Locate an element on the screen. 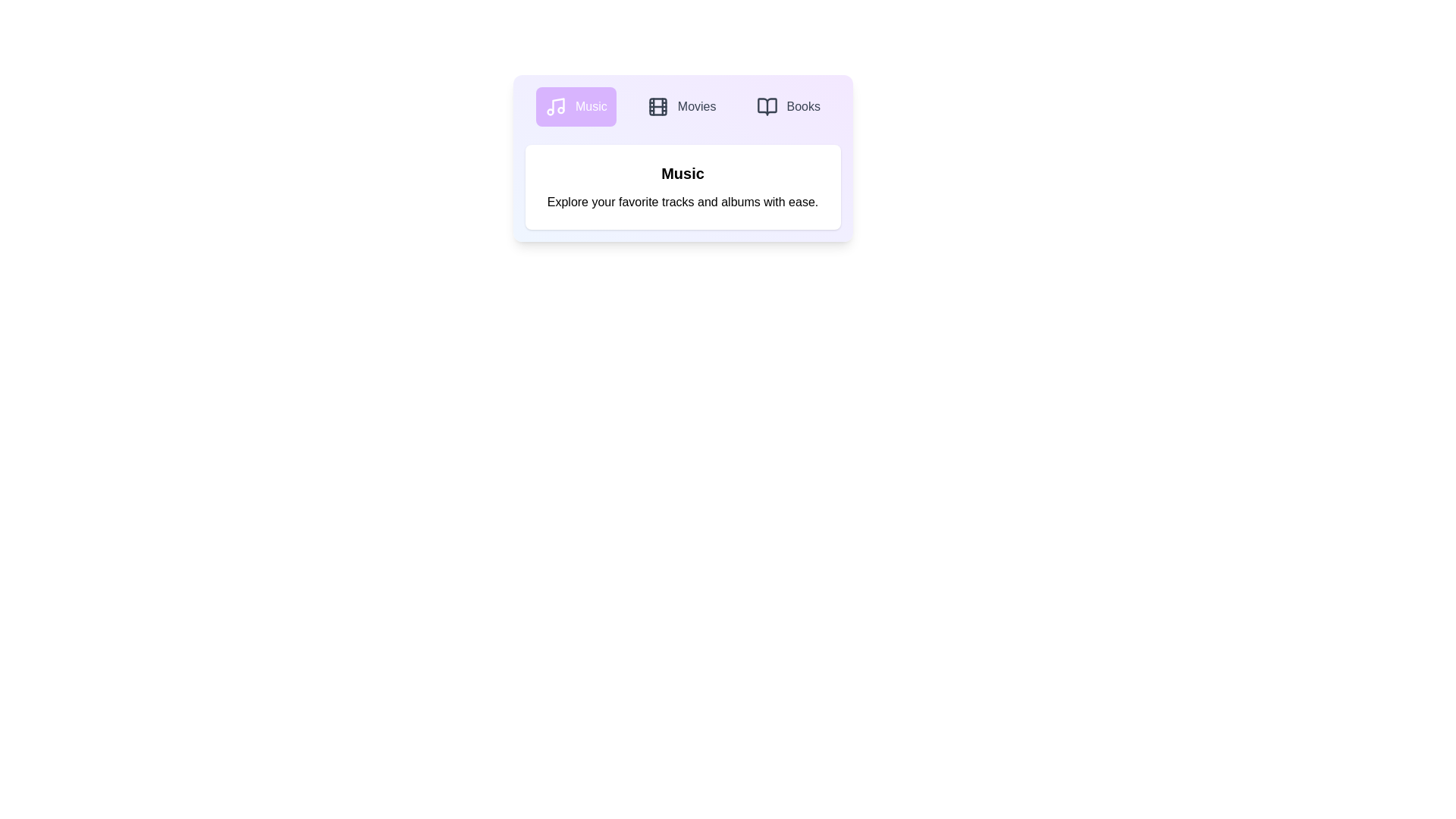 This screenshot has height=819, width=1456. the Books tab to view its content is located at coordinates (788, 106).